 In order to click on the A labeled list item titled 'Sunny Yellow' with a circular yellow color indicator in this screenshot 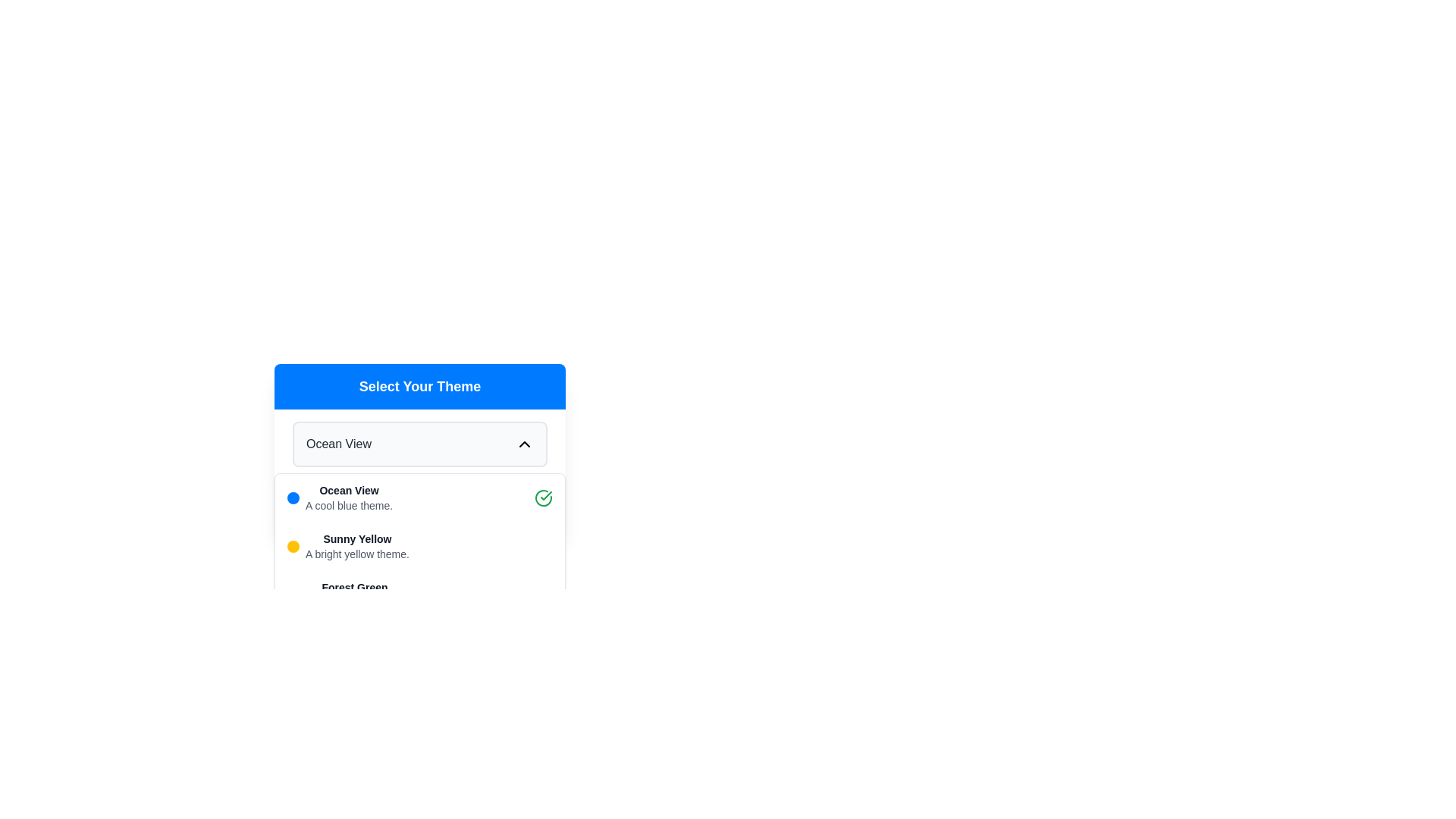, I will do `click(347, 547)`.